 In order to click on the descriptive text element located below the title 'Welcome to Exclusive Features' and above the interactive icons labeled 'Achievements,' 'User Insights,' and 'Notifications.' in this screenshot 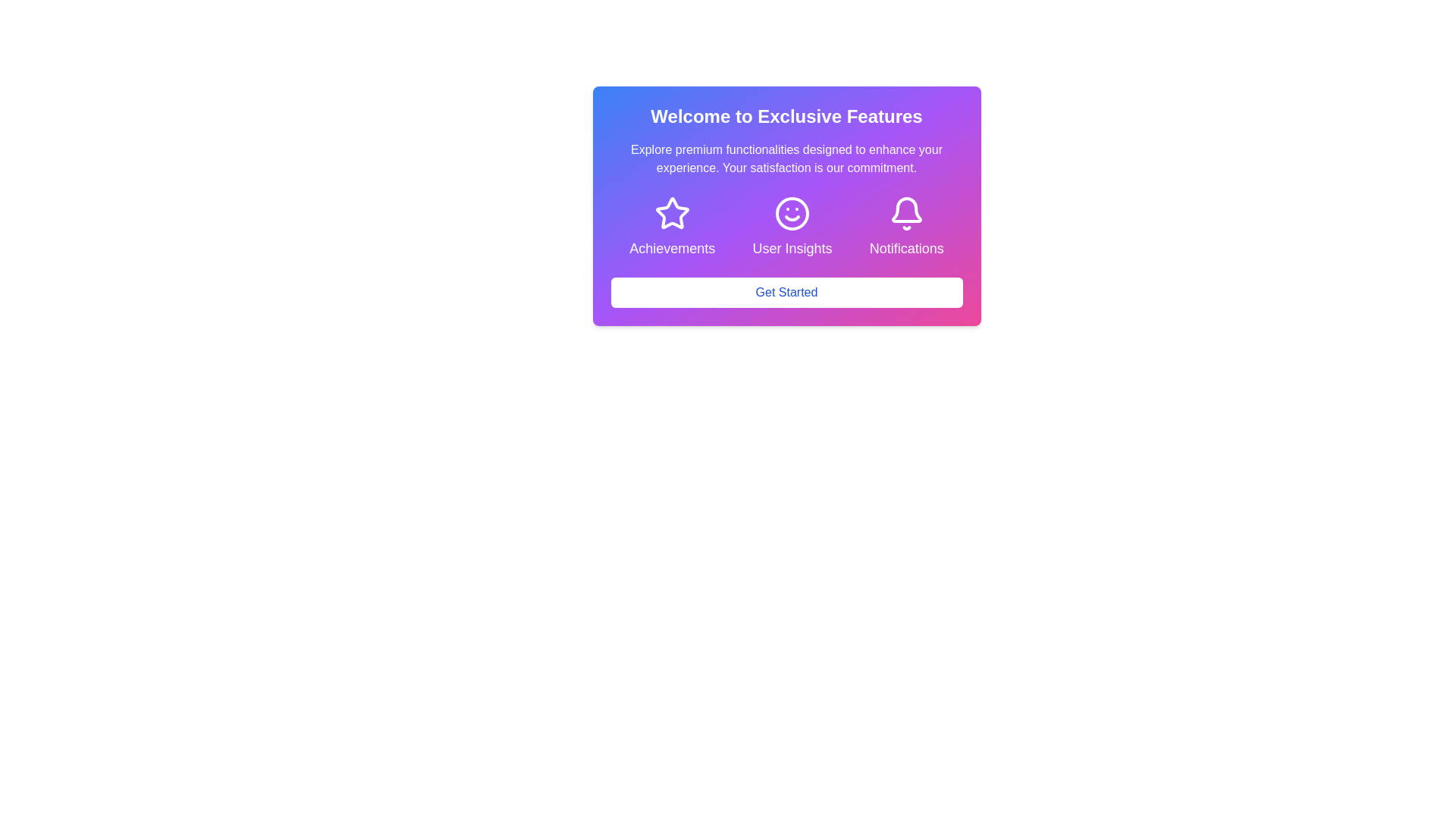, I will do `click(786, 158)`.